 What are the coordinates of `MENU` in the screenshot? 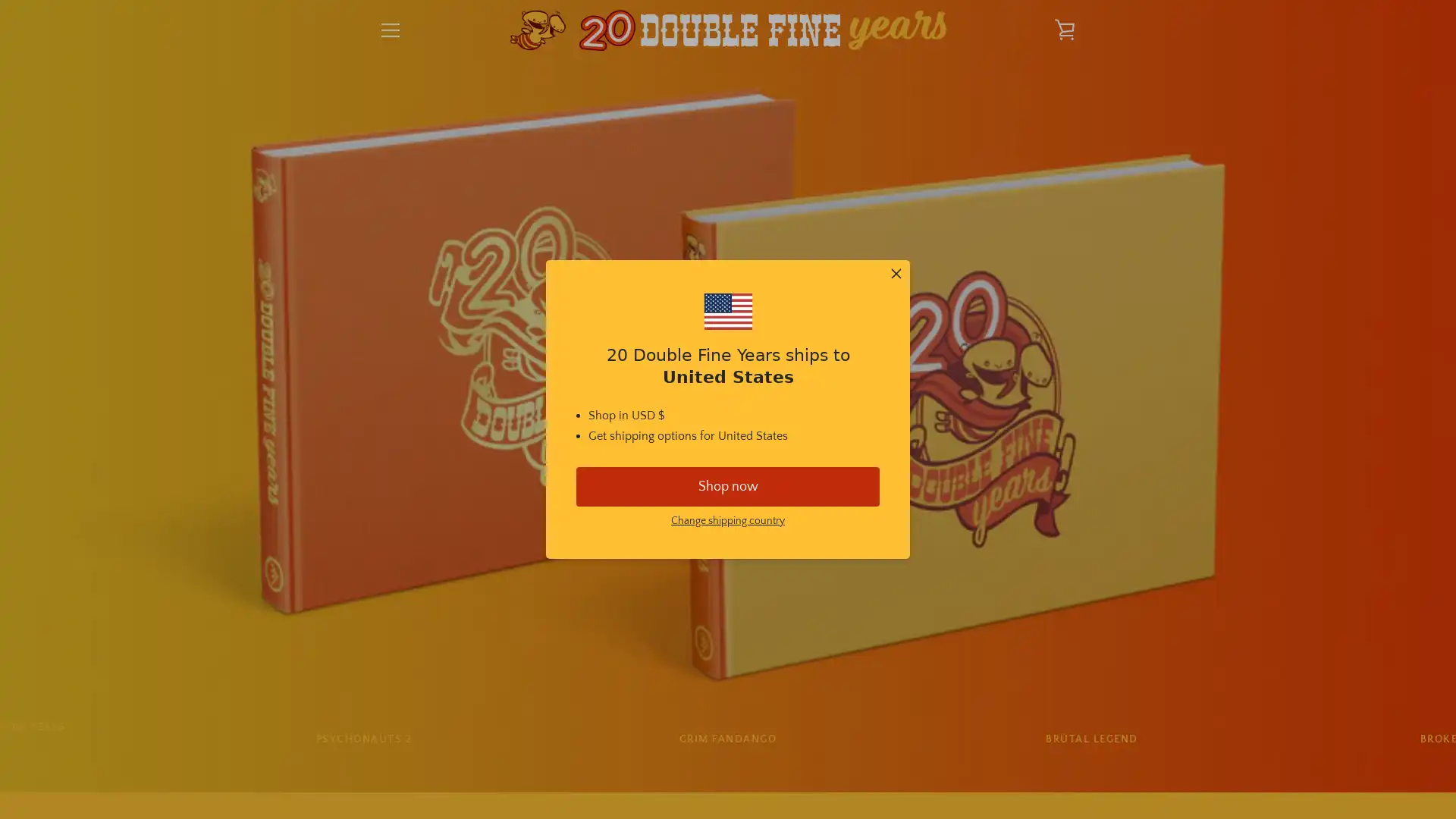 It's located at (390, 30).